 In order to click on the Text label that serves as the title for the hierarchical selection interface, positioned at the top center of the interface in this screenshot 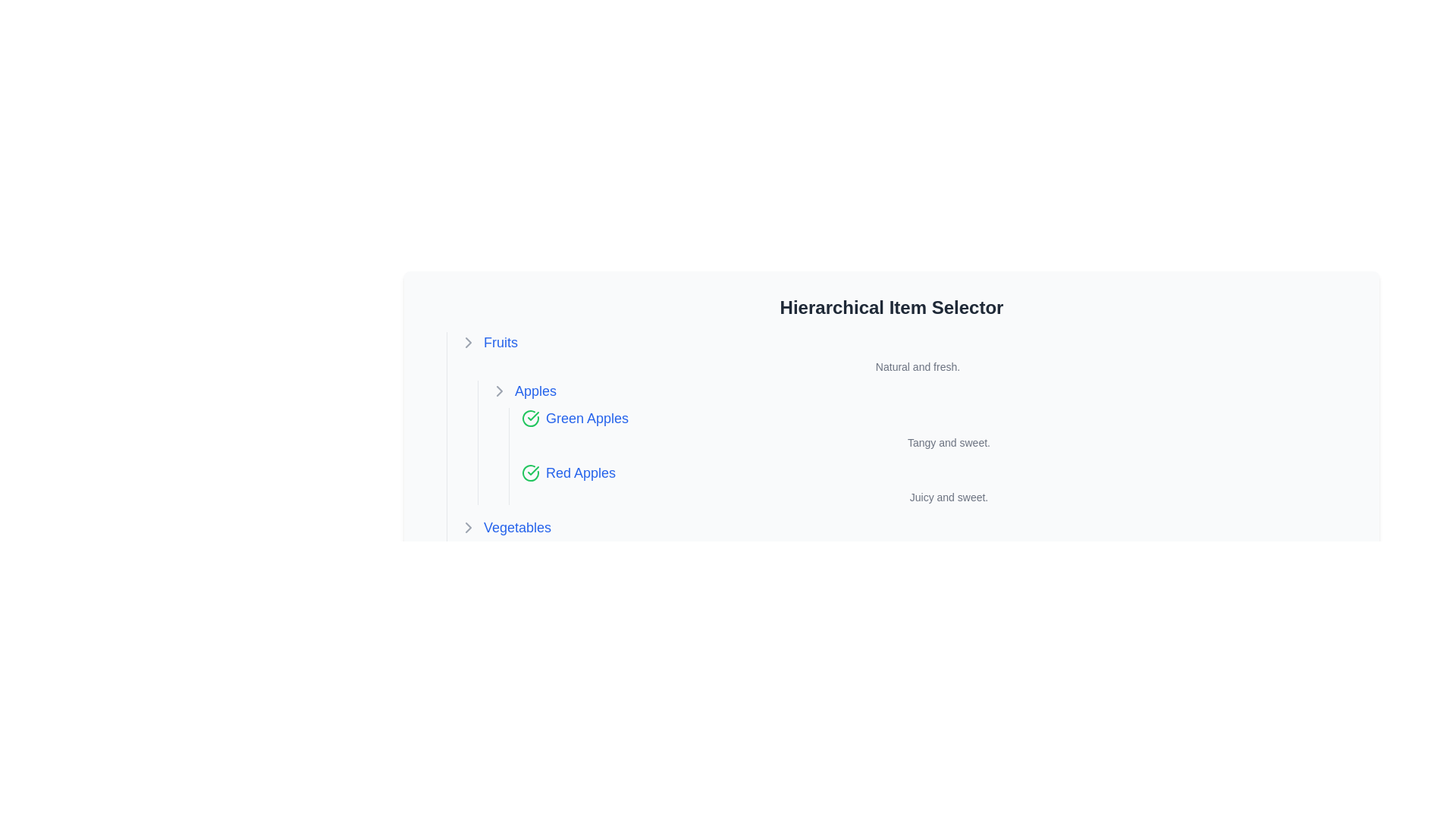, I will do `click(892, 307)`.